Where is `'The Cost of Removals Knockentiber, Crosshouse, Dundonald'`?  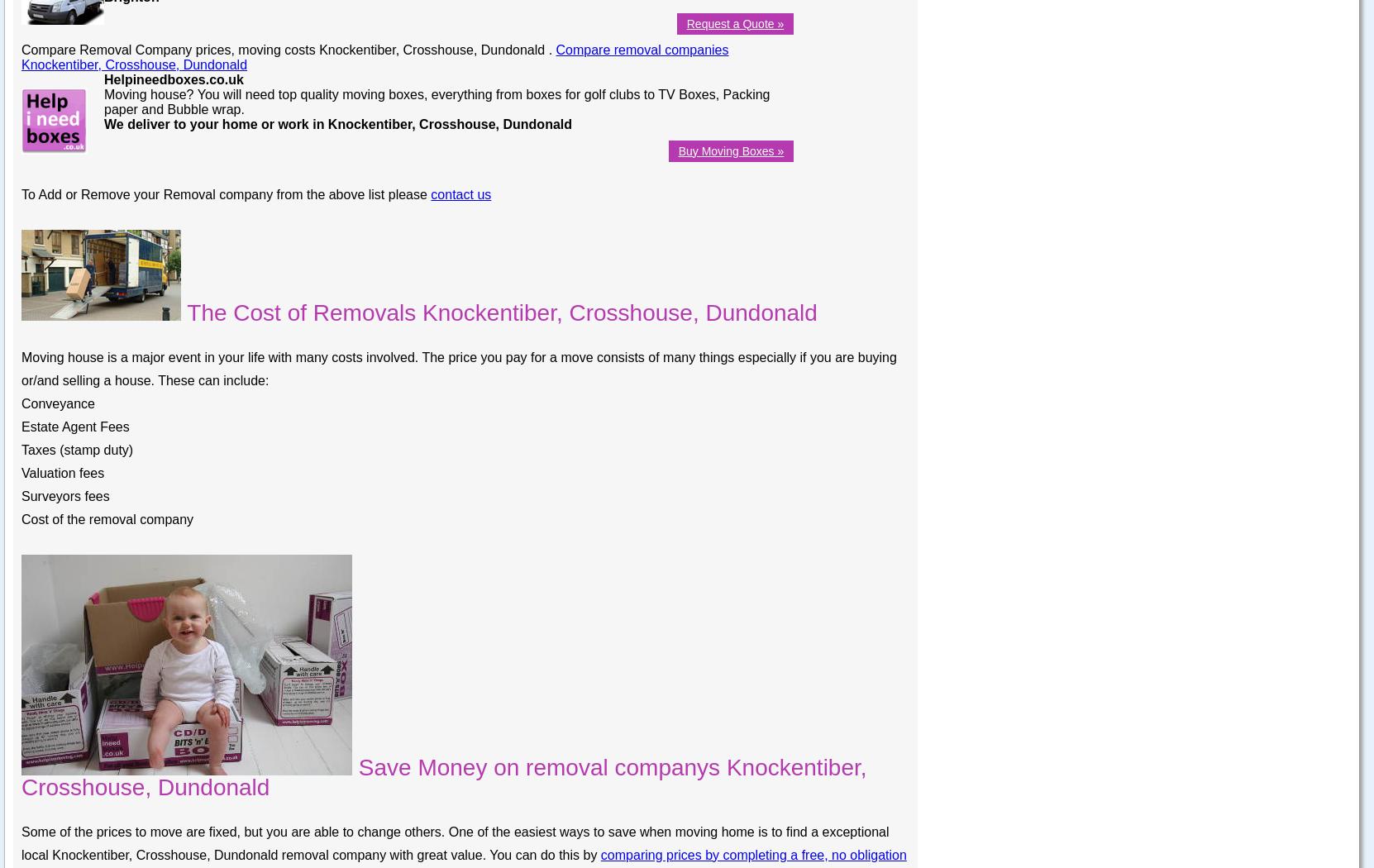
'The Cost of Removals Knockentiber, Crosshouse, Dundonald' is located at coordinates (499, 312).